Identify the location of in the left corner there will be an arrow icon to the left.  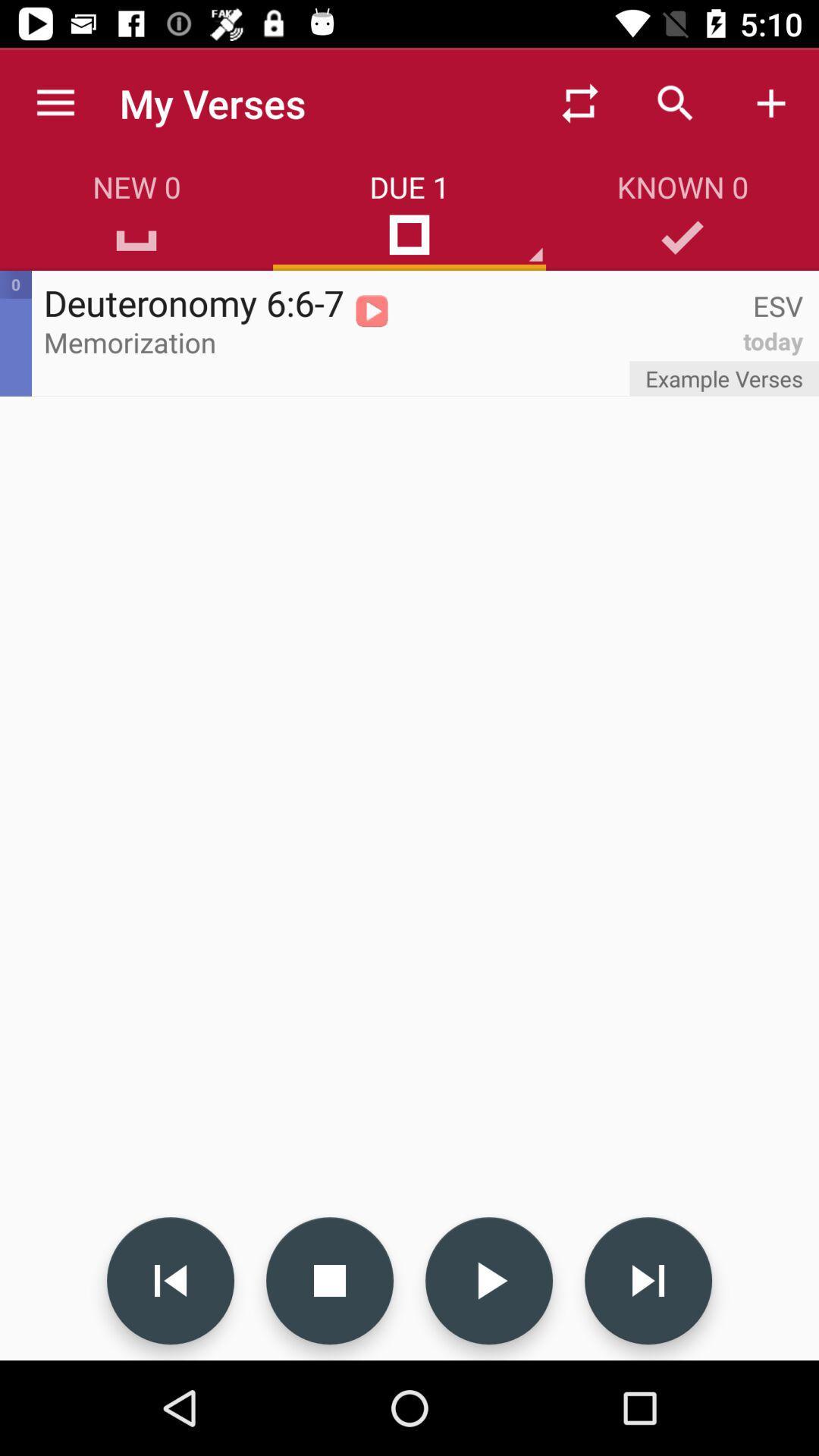
(170, 1280).